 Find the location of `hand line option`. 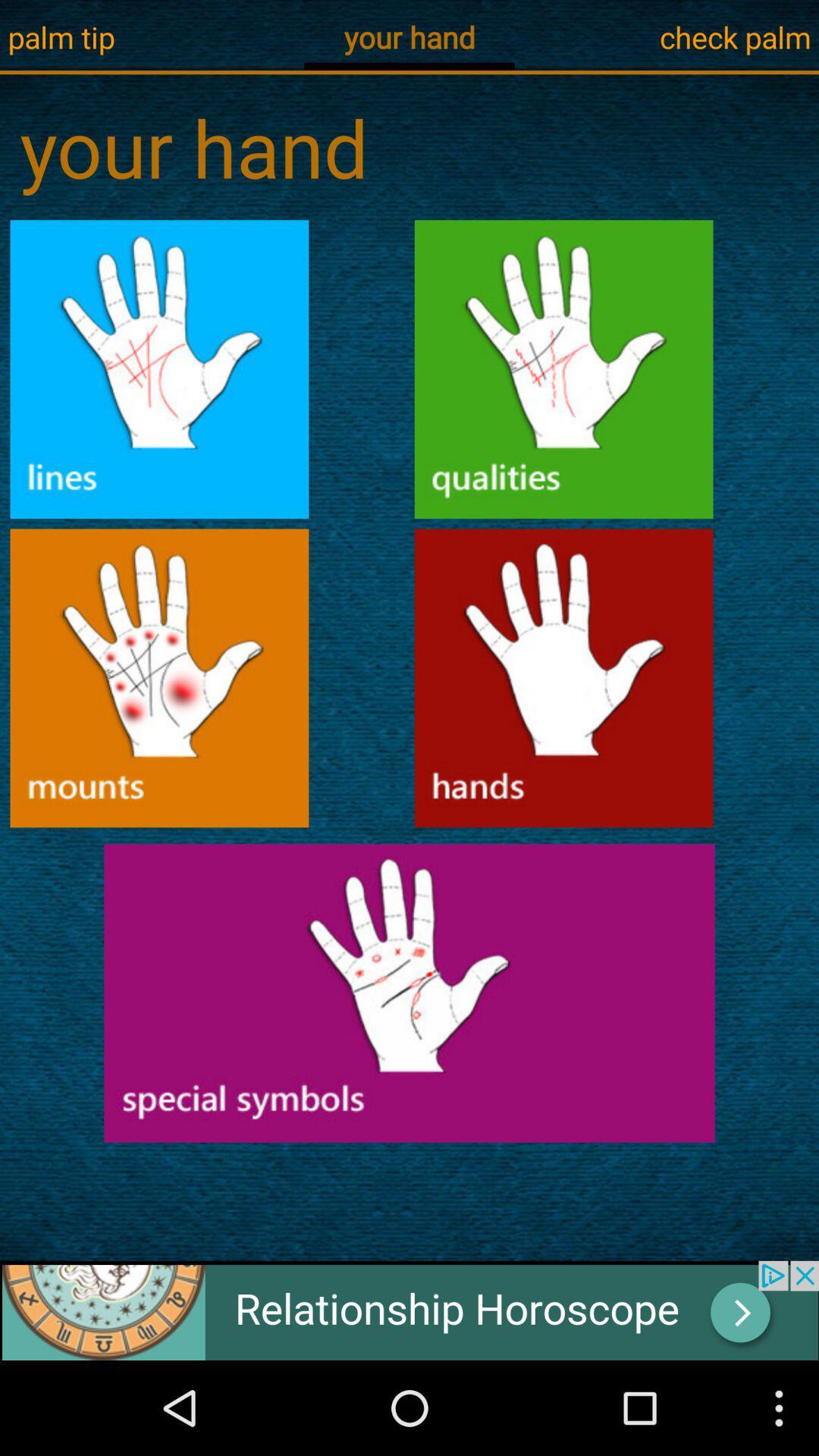

hand line option is located at coordinates (159, 369).